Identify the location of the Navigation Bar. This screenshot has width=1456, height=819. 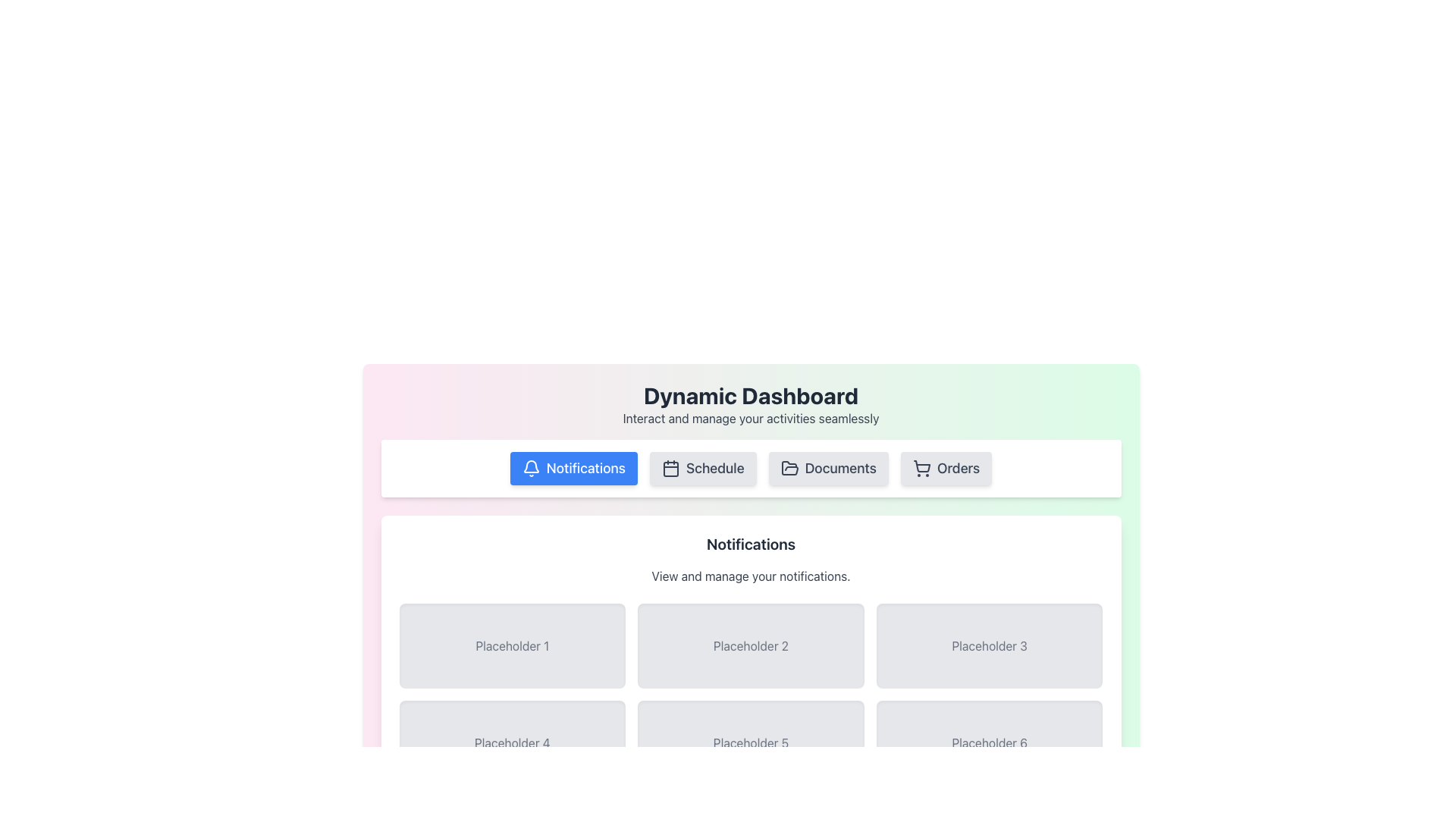
(751, 467).